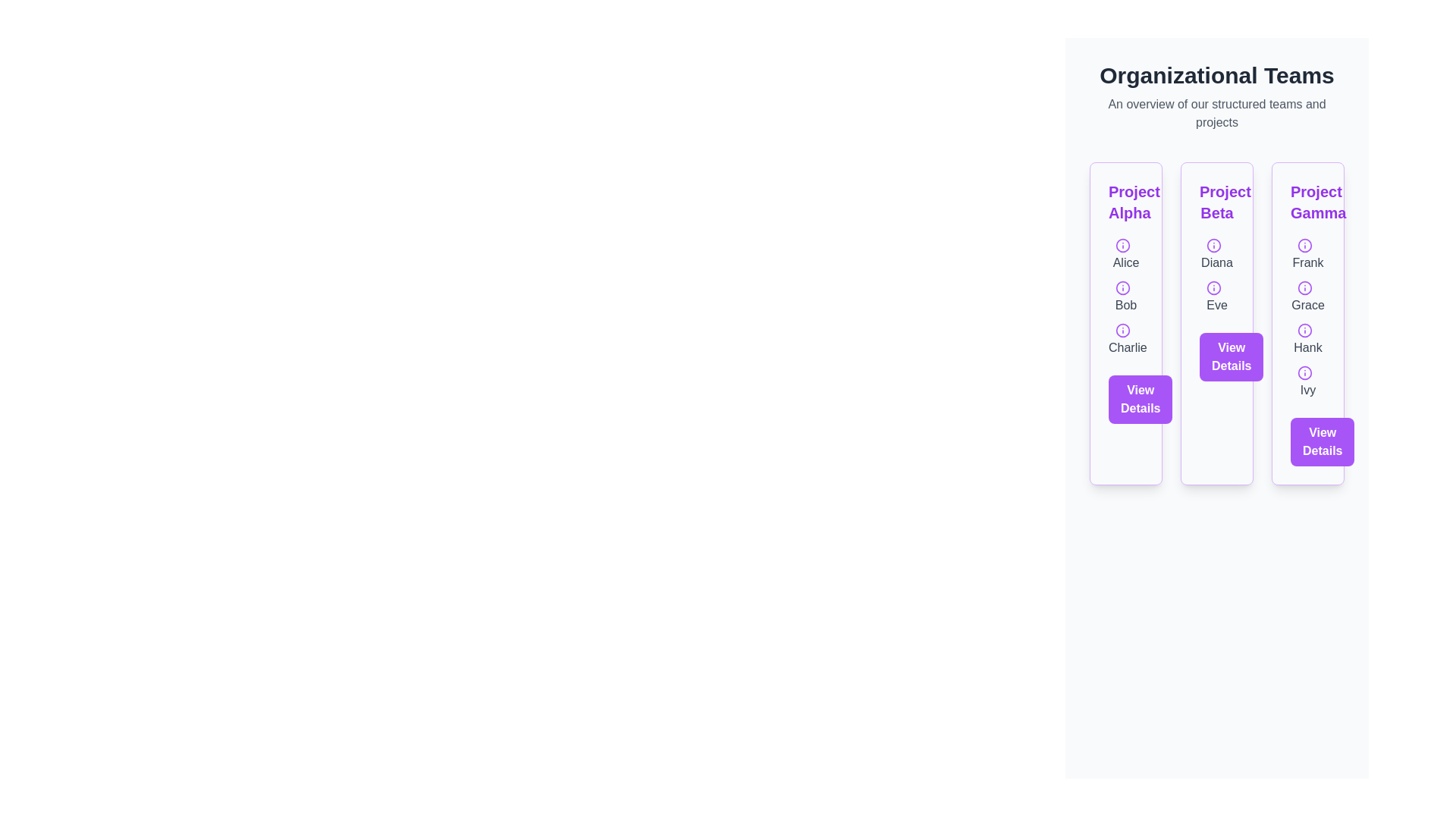 This screenshot has height=819, width=1456. What do you see at coordinates (1307, 201) in the screenshot?
I see `the static text label 'Project Gamma', which is styled in a large font size, bold weight, and purple color, located at the top of a card in the rightmost column of a grid layout` at bounding box center [1307, 201].